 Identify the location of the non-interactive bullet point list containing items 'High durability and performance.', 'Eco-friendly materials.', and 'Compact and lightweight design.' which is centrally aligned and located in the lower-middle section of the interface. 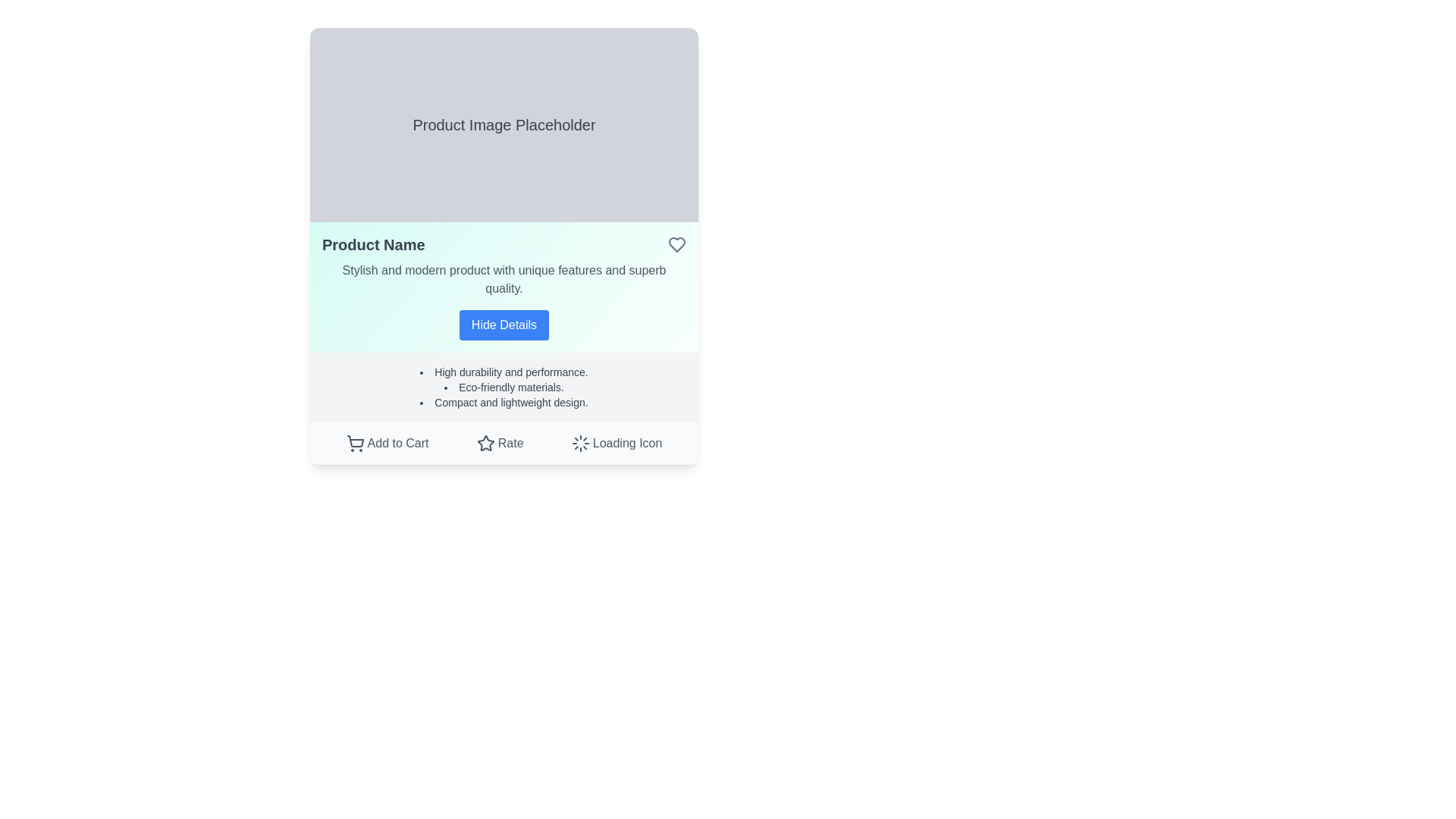
(504, 386).